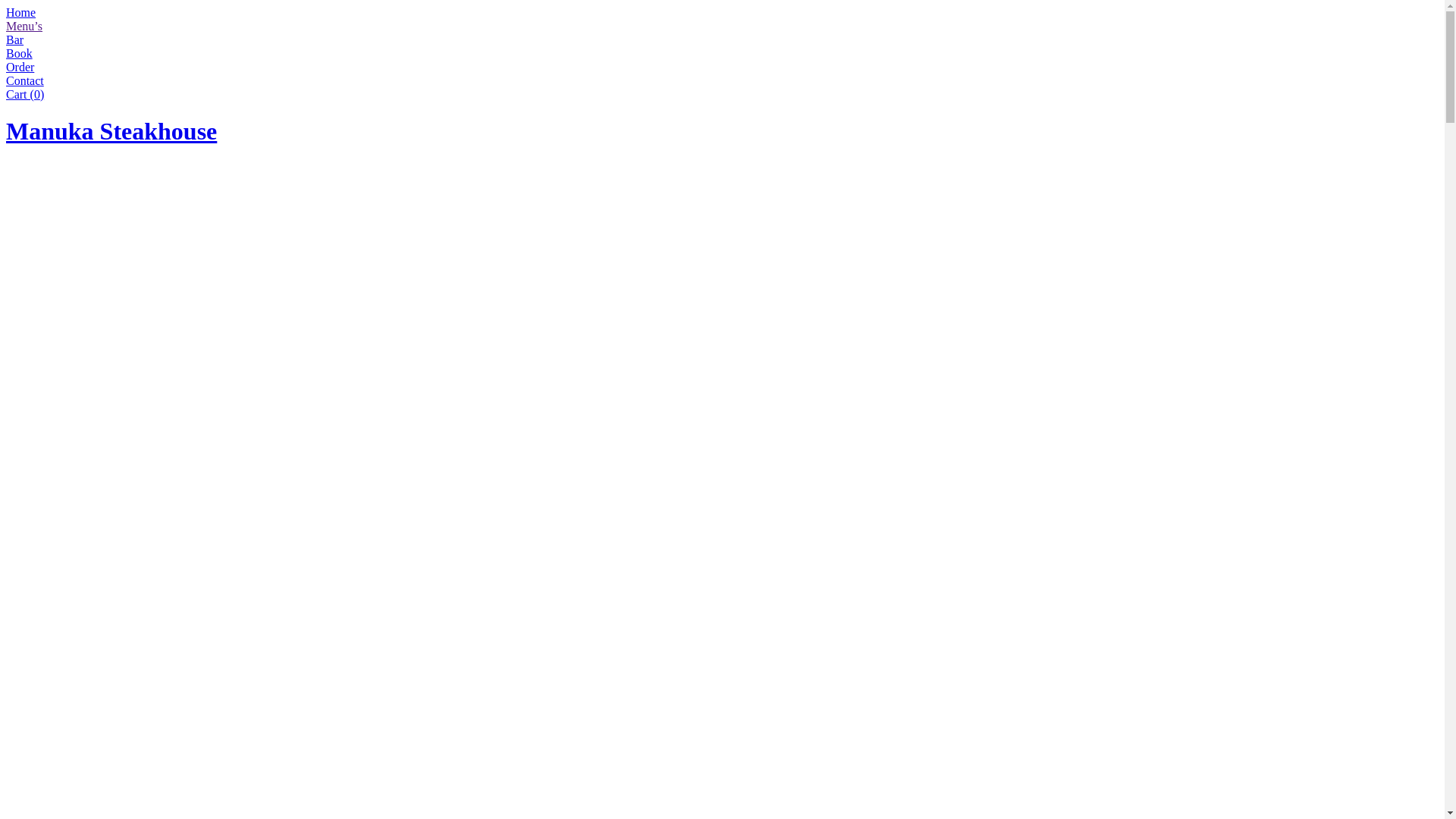  Describe the element at coordinates (20, 66) in the screenshot. I see `'Order'` at that location.